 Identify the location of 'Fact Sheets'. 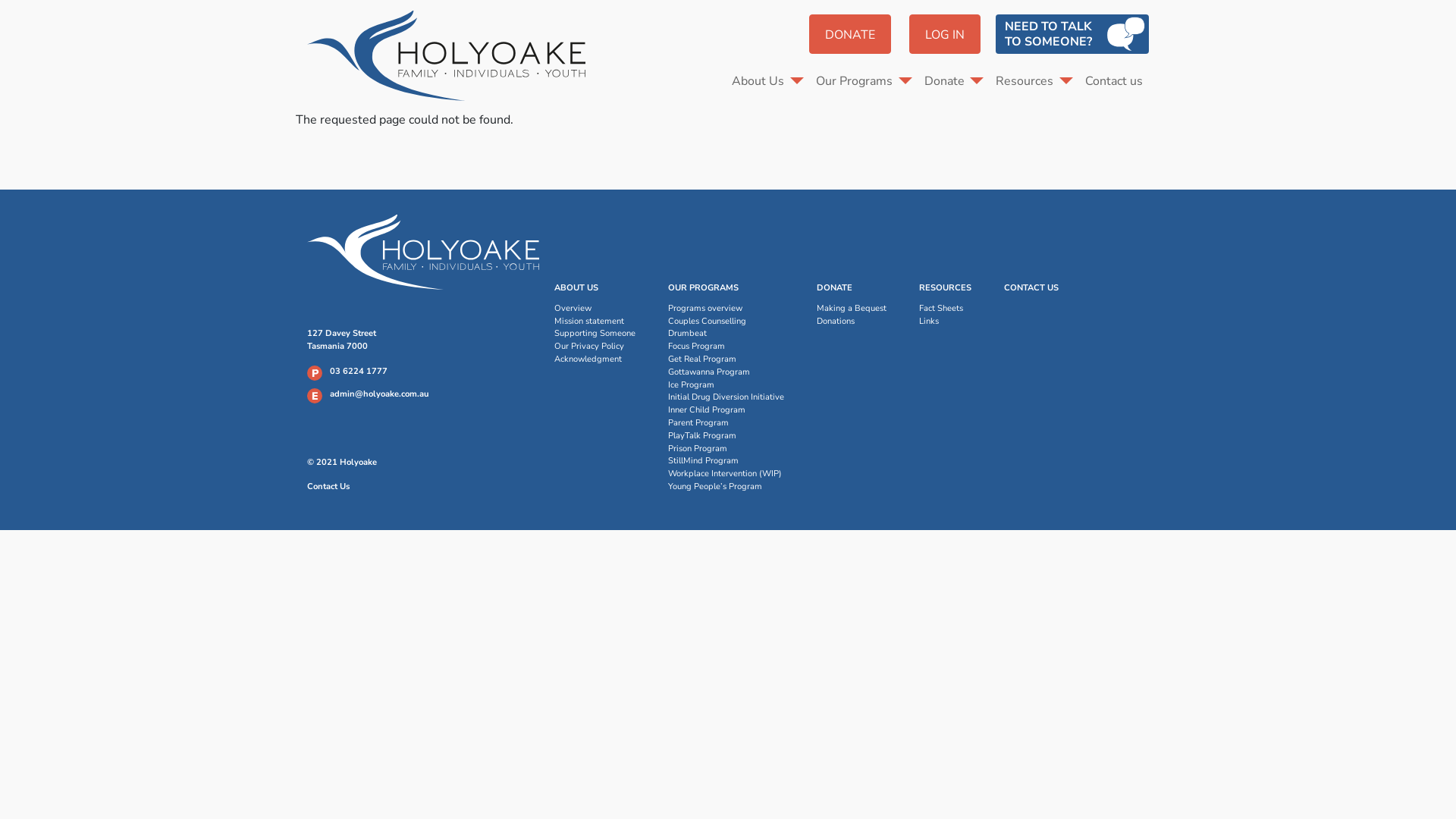
(944, 308).